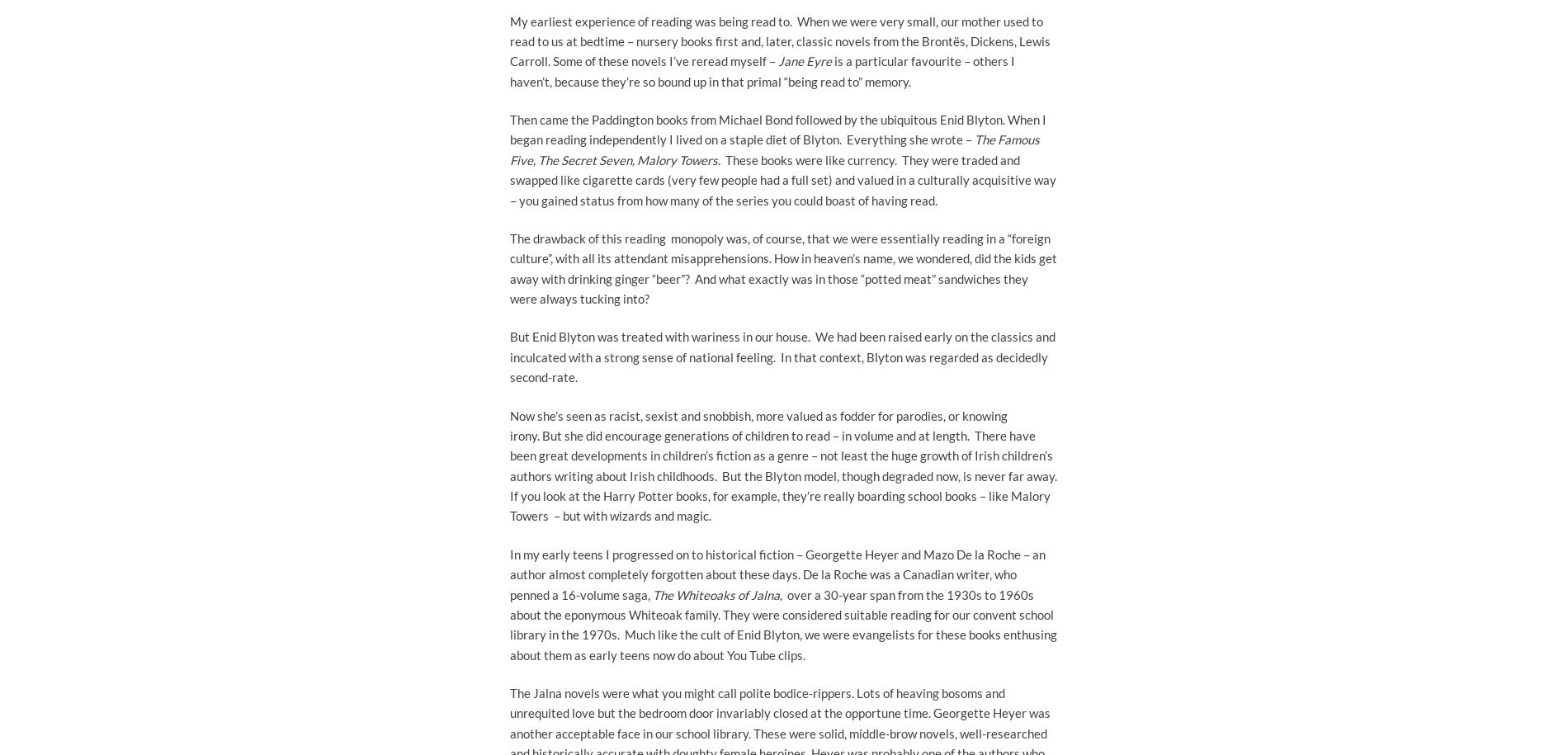  Describe the element at coordinates (715, 594) in the screenshot. I see `'The Whiteoaks of Jalna'` at that location.